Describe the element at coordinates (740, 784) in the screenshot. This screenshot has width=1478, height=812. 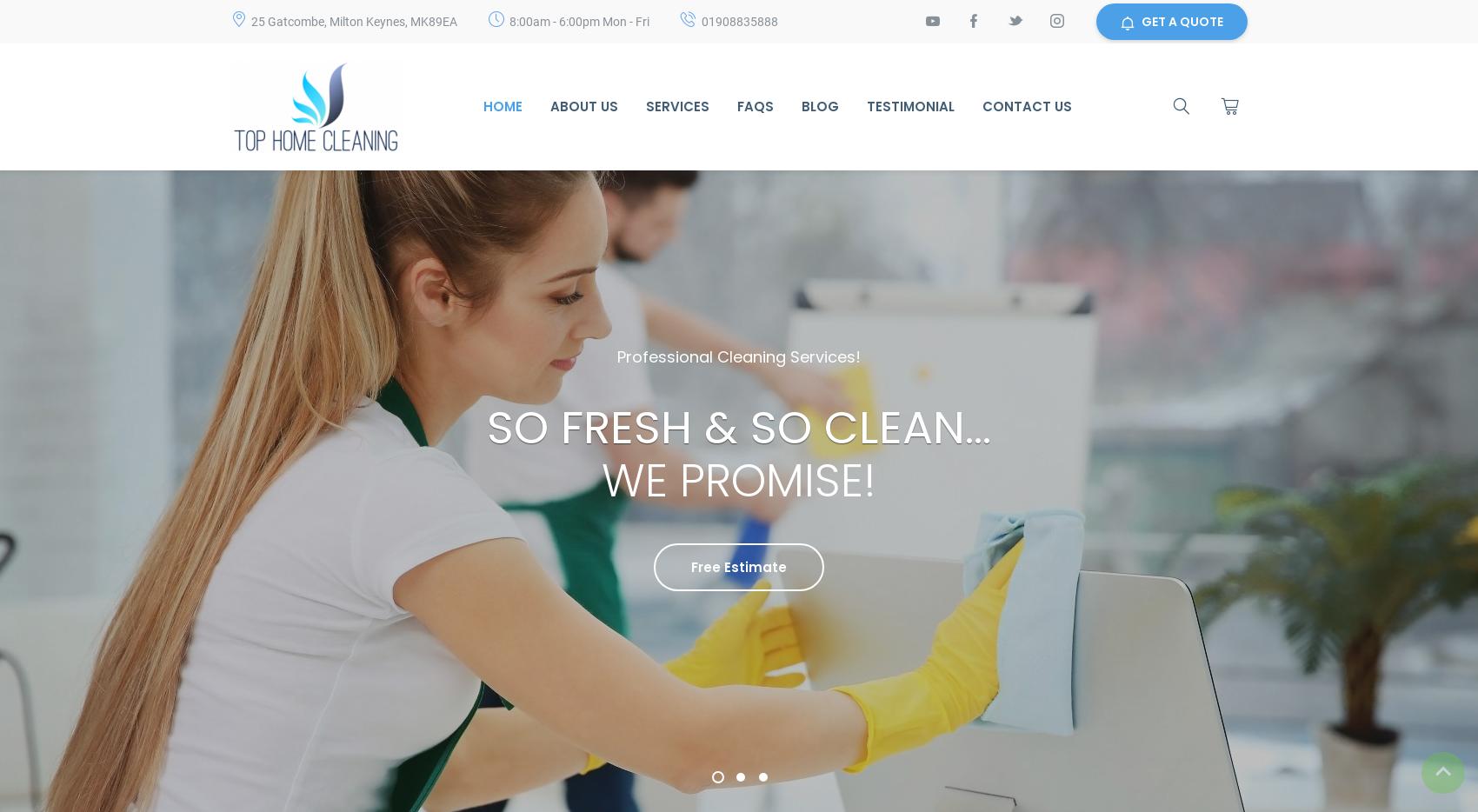
I see `'2'` at that location.